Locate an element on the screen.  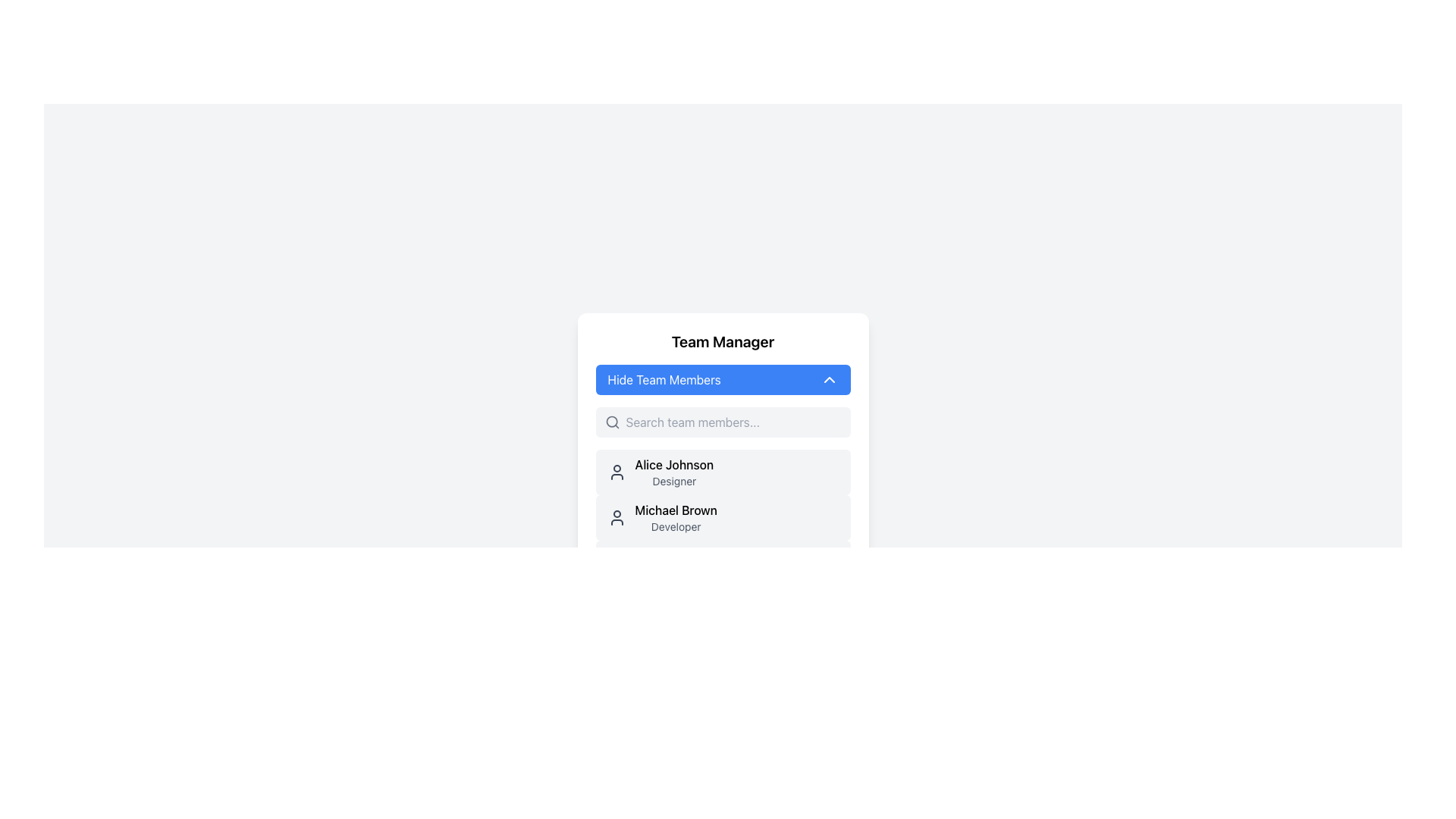
the magnifying glass search icon located at the left end of the search input field with the placeholder 'Search team members...' is located at coordinates (612, 422).